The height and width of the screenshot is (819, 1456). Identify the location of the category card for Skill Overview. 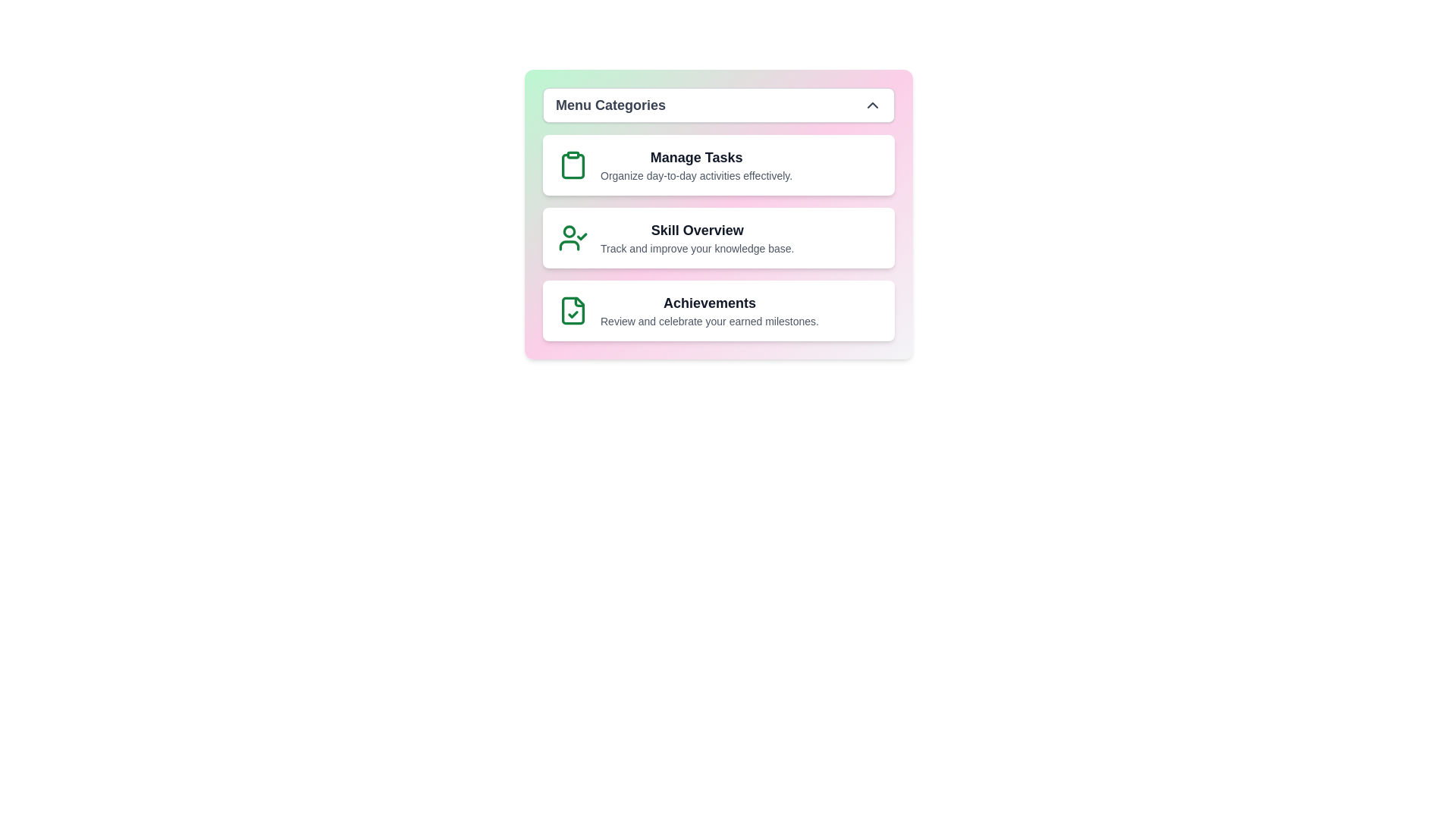
(718, 237).